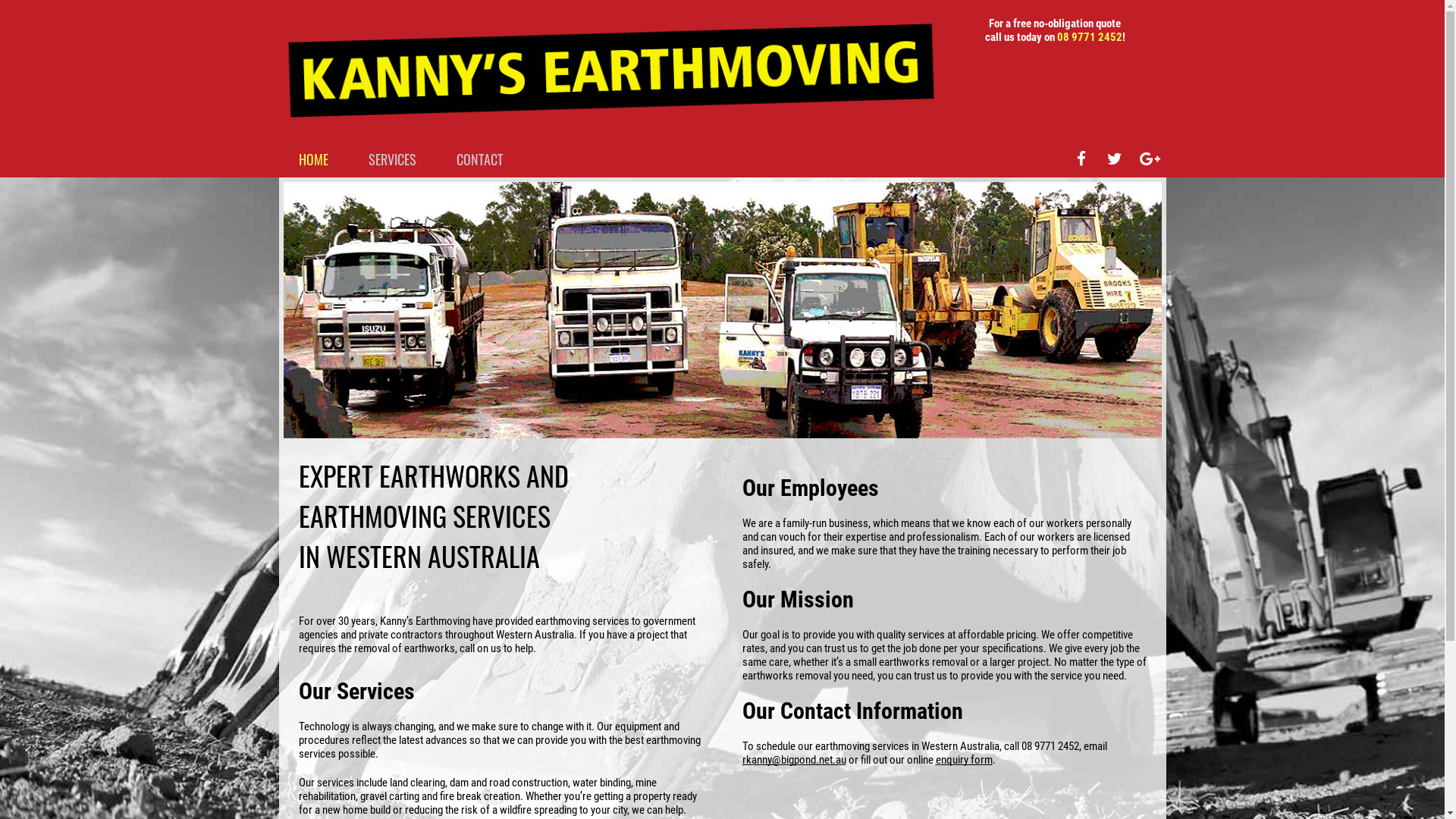 This screenshot has height=819, width=1456. I want to click on '08 9771 2452', so click(1088, 36).